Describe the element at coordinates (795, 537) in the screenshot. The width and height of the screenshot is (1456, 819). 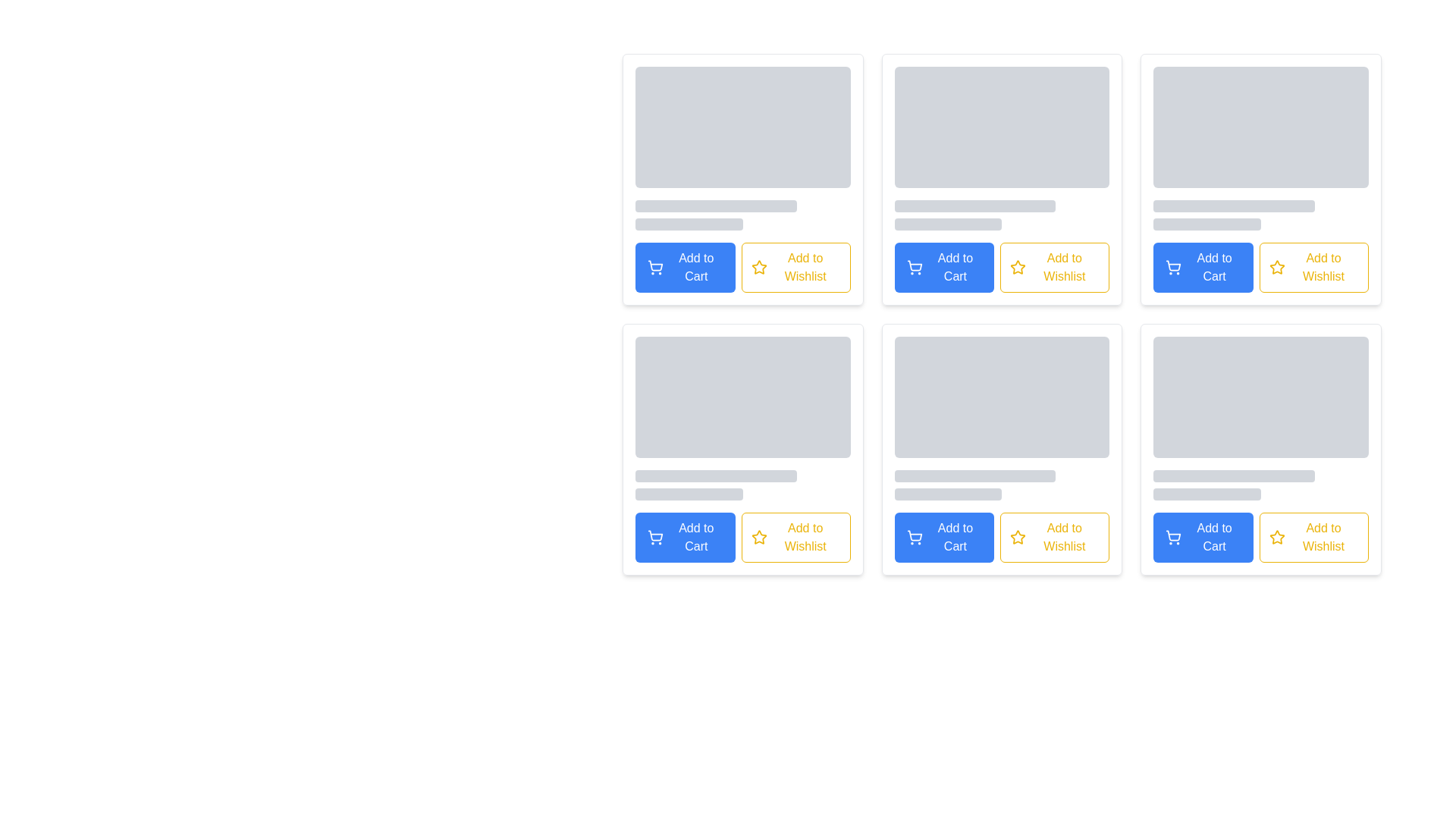
I see `the rectangular button with a white background and yellow borders labeled 'Add to Wishlist'` at that location.